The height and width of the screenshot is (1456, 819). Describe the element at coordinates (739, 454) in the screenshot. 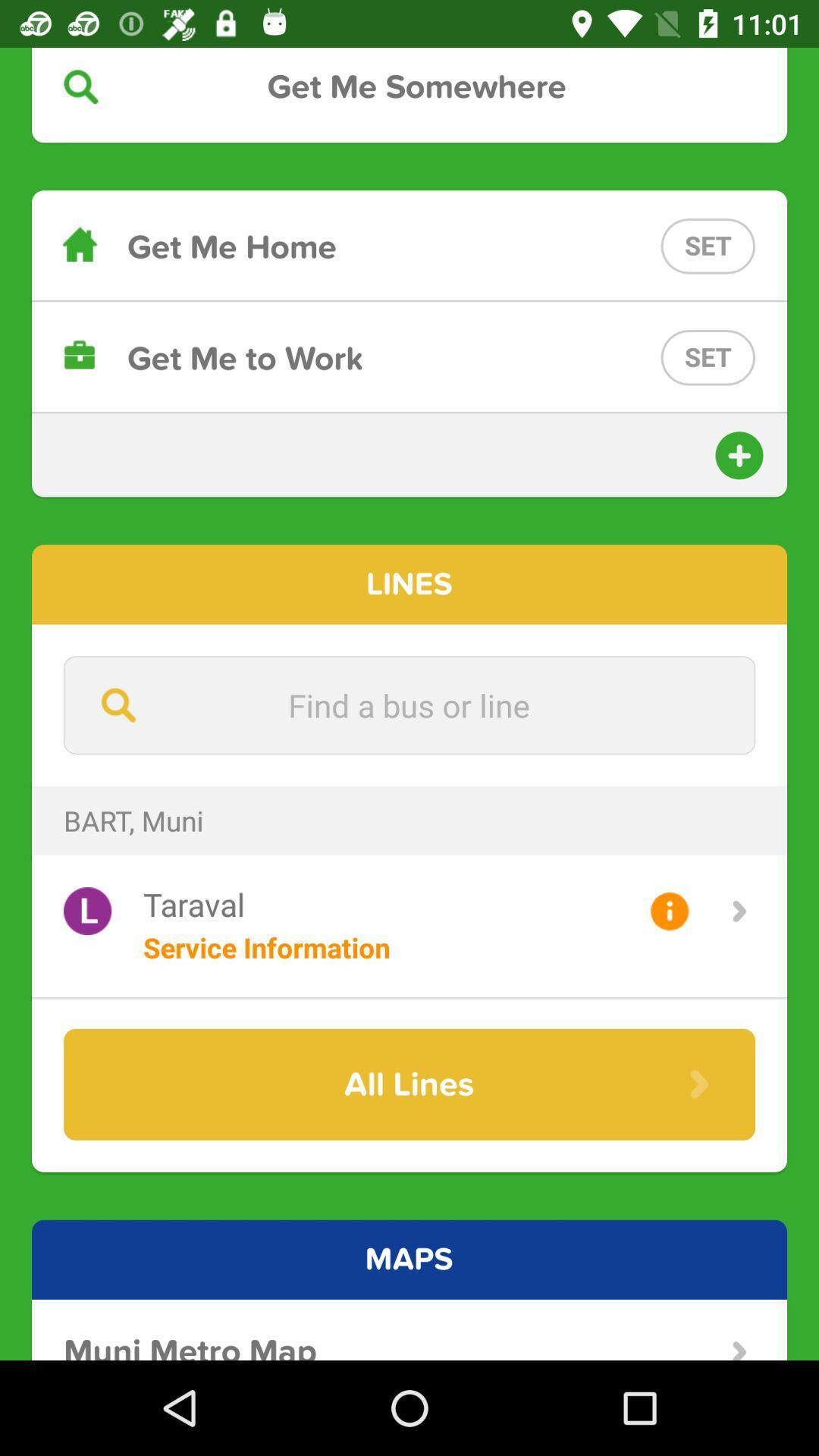

I see `the add symbol at the right side of the page` at that location.